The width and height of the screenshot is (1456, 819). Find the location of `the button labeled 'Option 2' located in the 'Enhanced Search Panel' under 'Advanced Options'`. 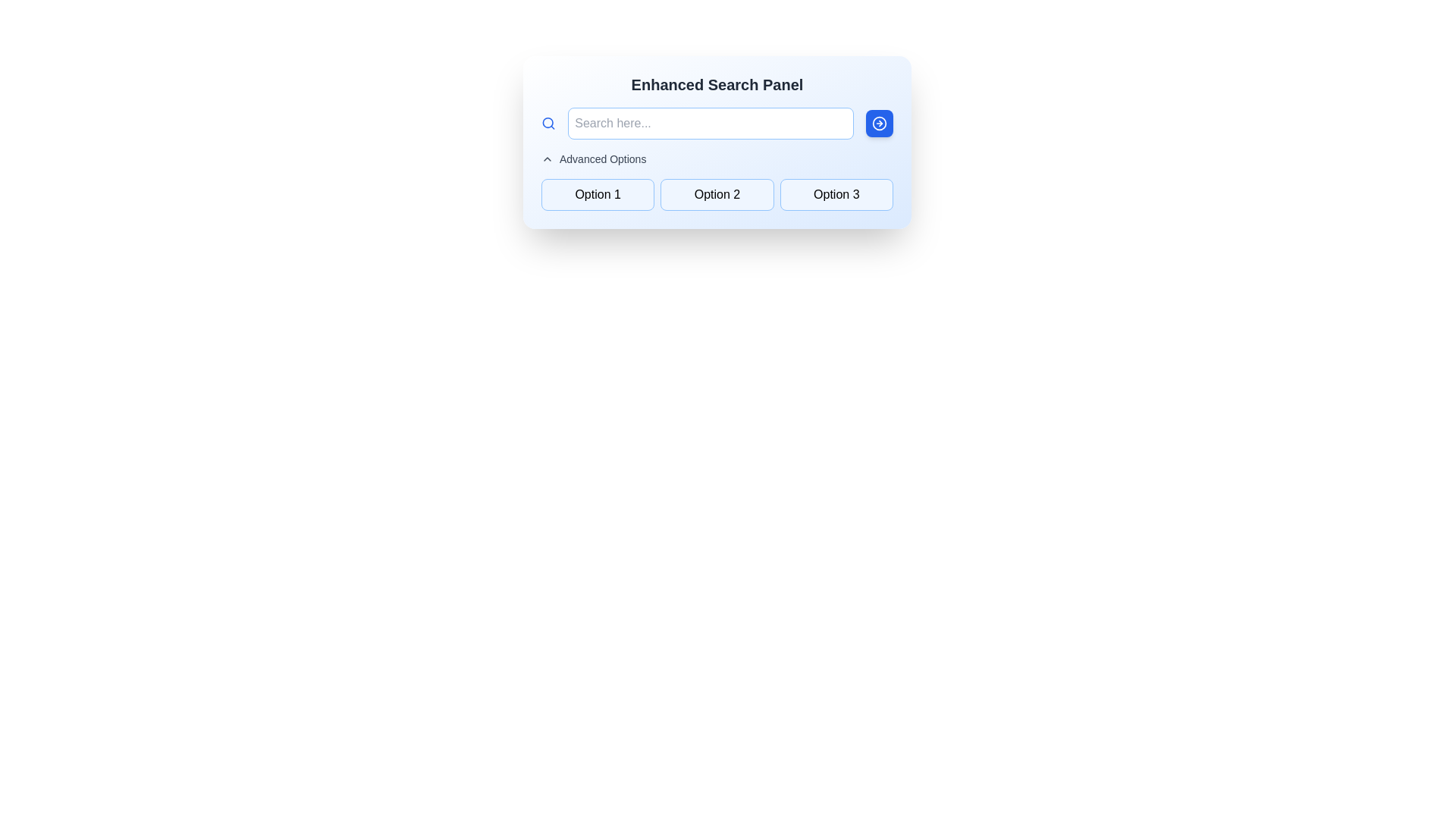

the button labeled 'Option 2' located in the 'Enhanced Search Panel' under 'Advanced Options' is located at coordinates (716, 180).